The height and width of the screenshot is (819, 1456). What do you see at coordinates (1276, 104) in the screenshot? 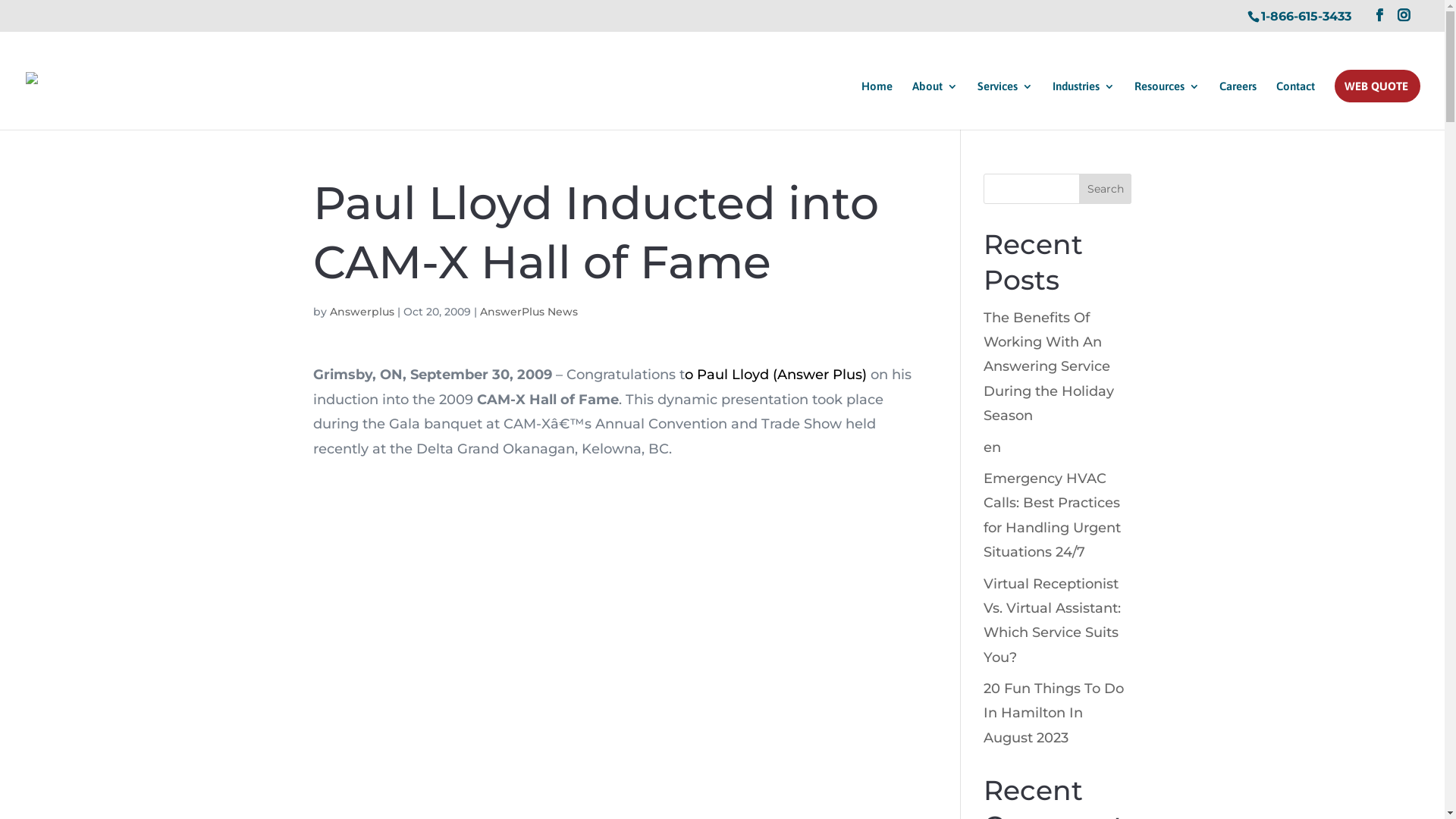
I see `'Contact'` at bounding box center [1276, 104].